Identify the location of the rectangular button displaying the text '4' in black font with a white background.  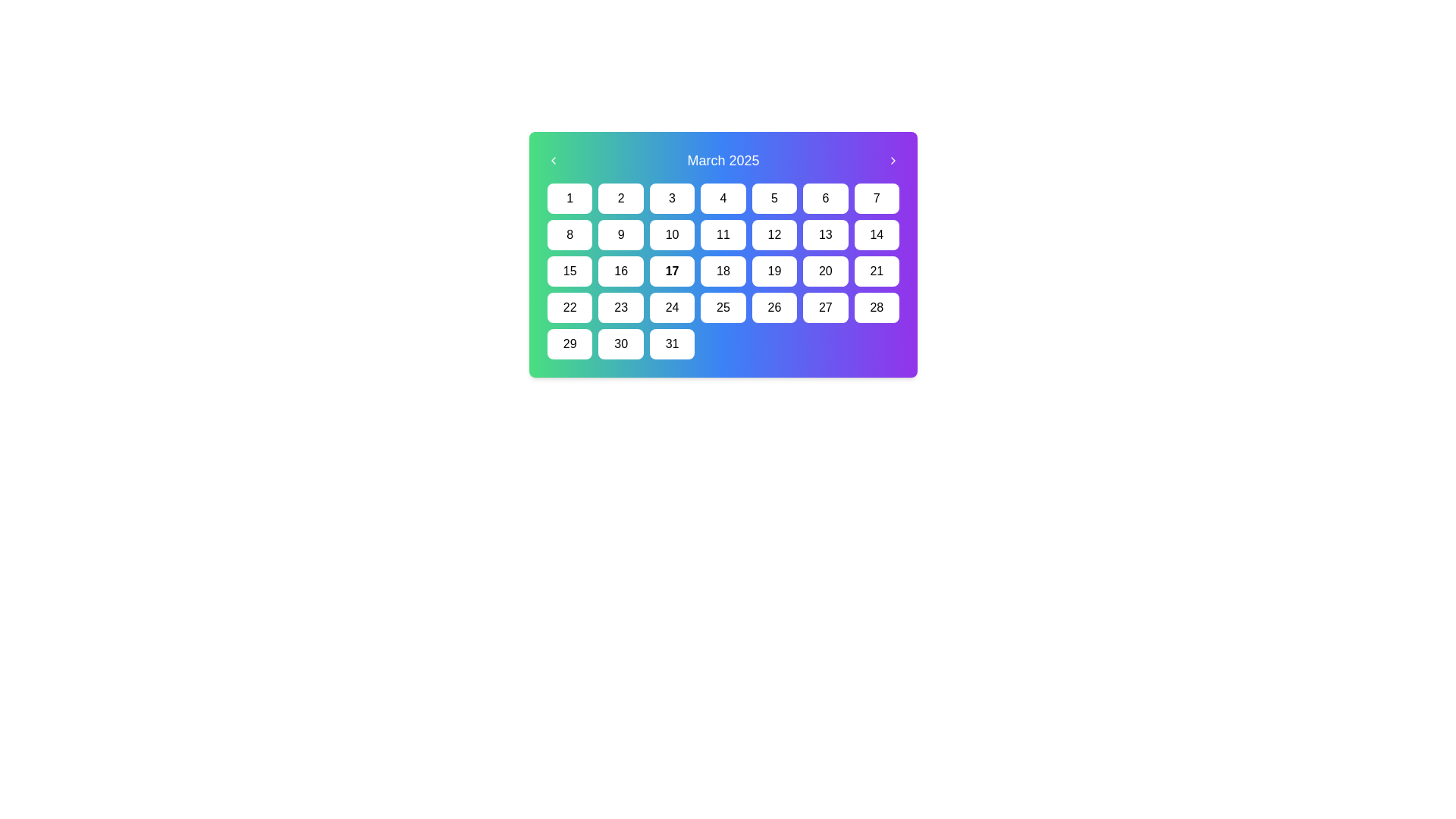
(723, 198).